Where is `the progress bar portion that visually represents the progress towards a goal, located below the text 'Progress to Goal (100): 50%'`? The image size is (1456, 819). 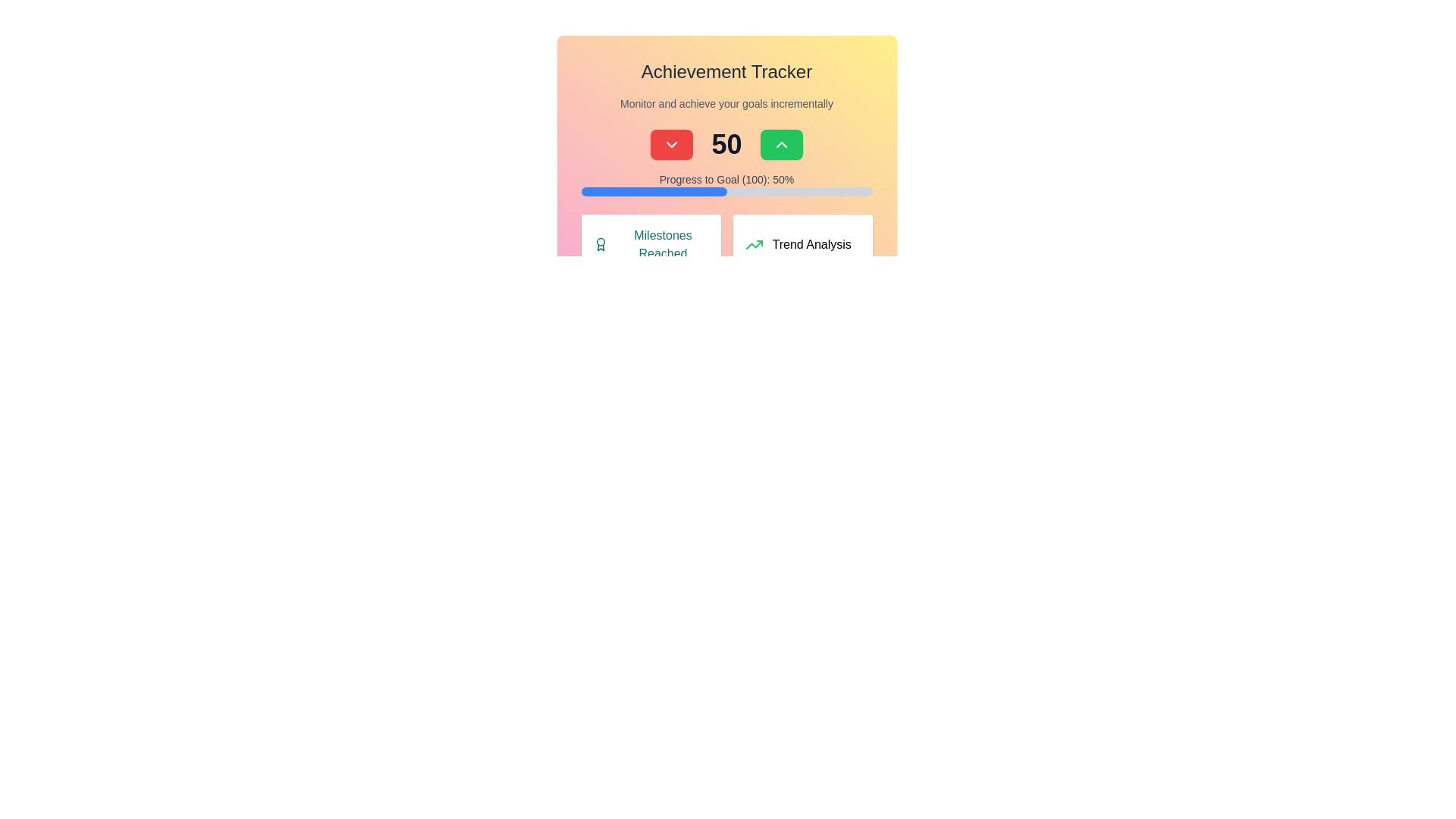 the progress bar portion that visually represents the progress towards a goal, located below the text 'Progress to Goal (100): 50%' is located at coordinates (654, 191).